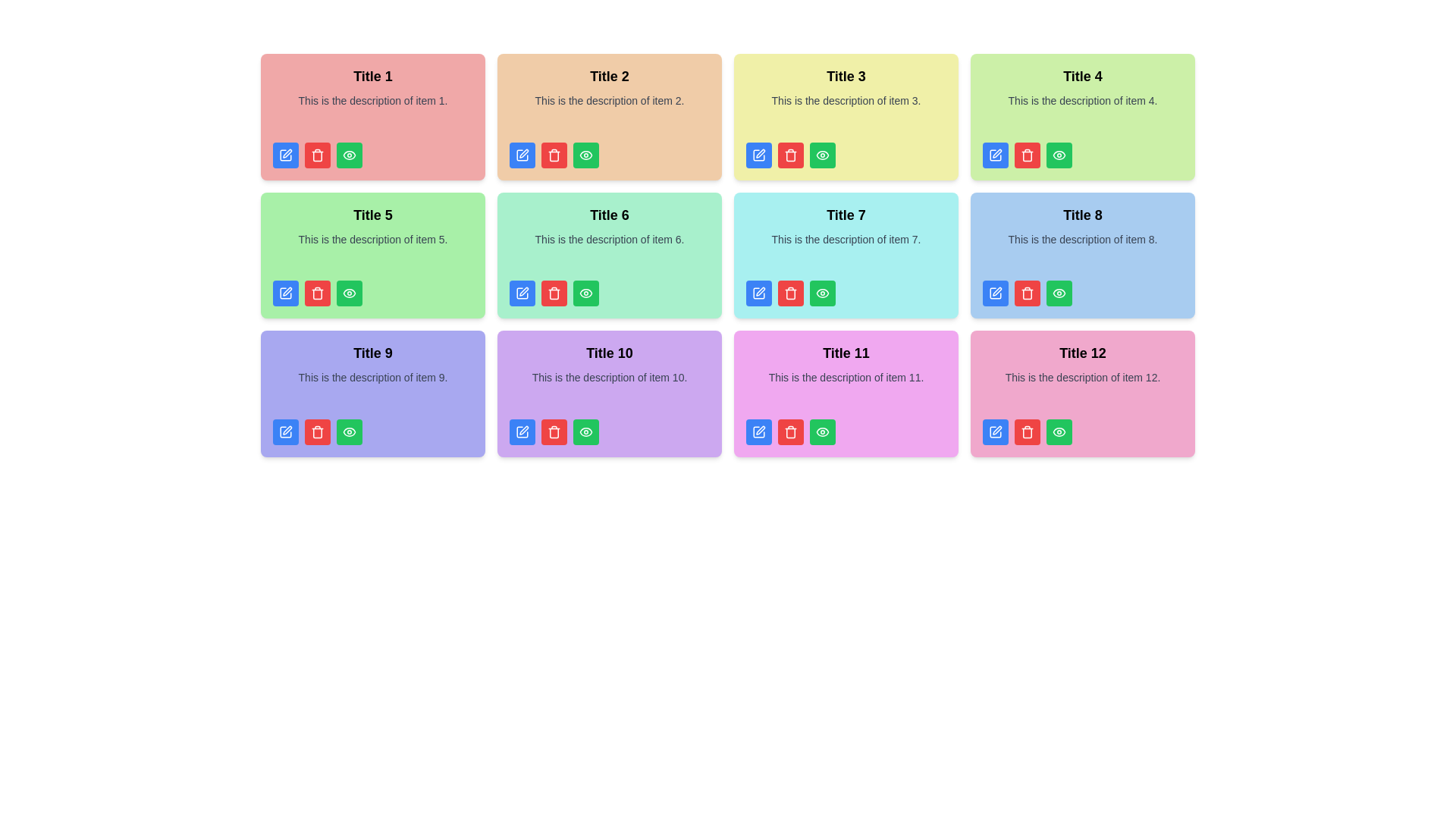 This screenshot has width=1456, height=819. I want to click on the leftmost edit action button located in the bottom left of each item card, so click(761, 291).